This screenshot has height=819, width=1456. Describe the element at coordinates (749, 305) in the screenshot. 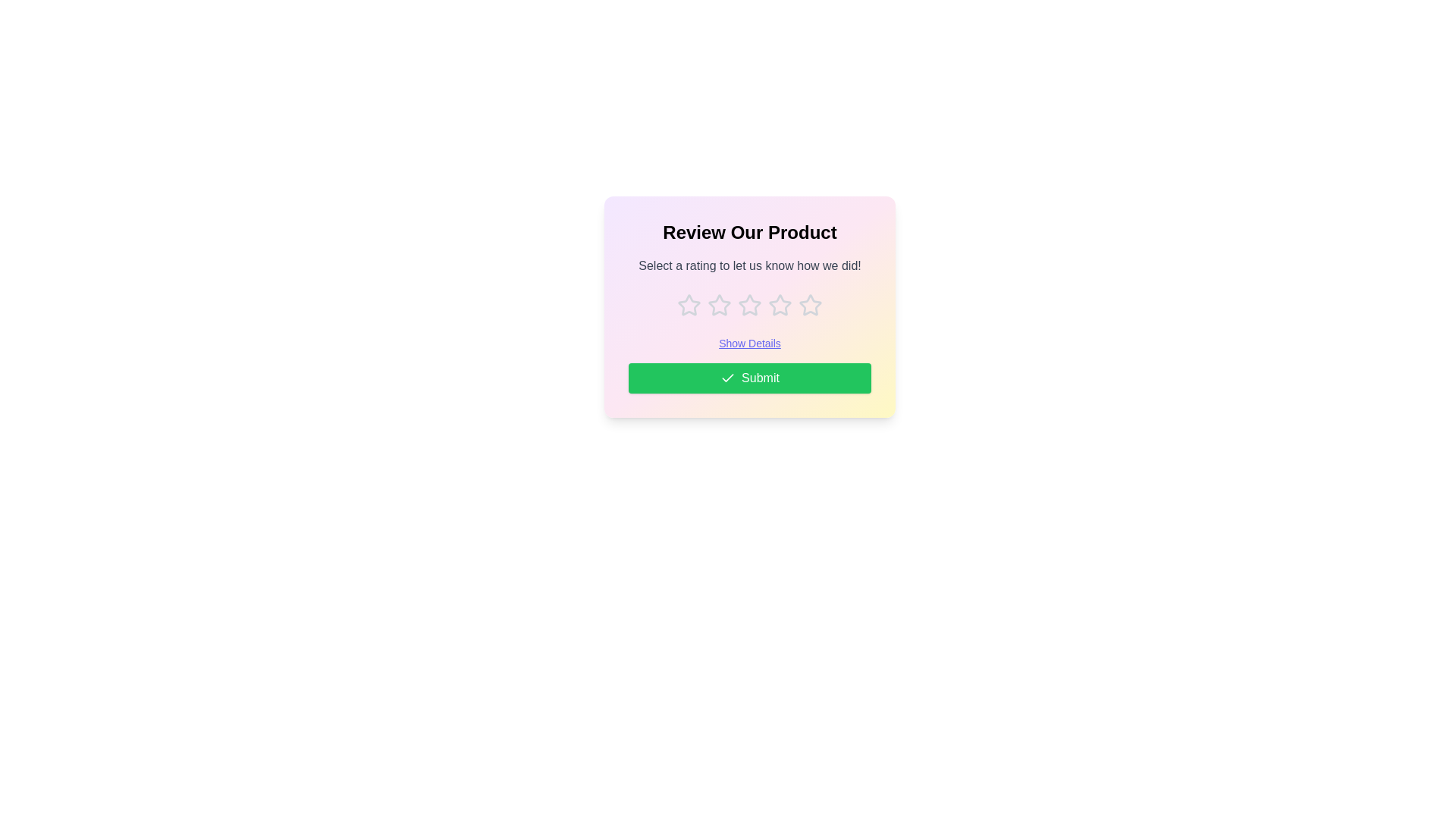

I see `the rating to 3 stars by clicking on the corresponding star` at that location.